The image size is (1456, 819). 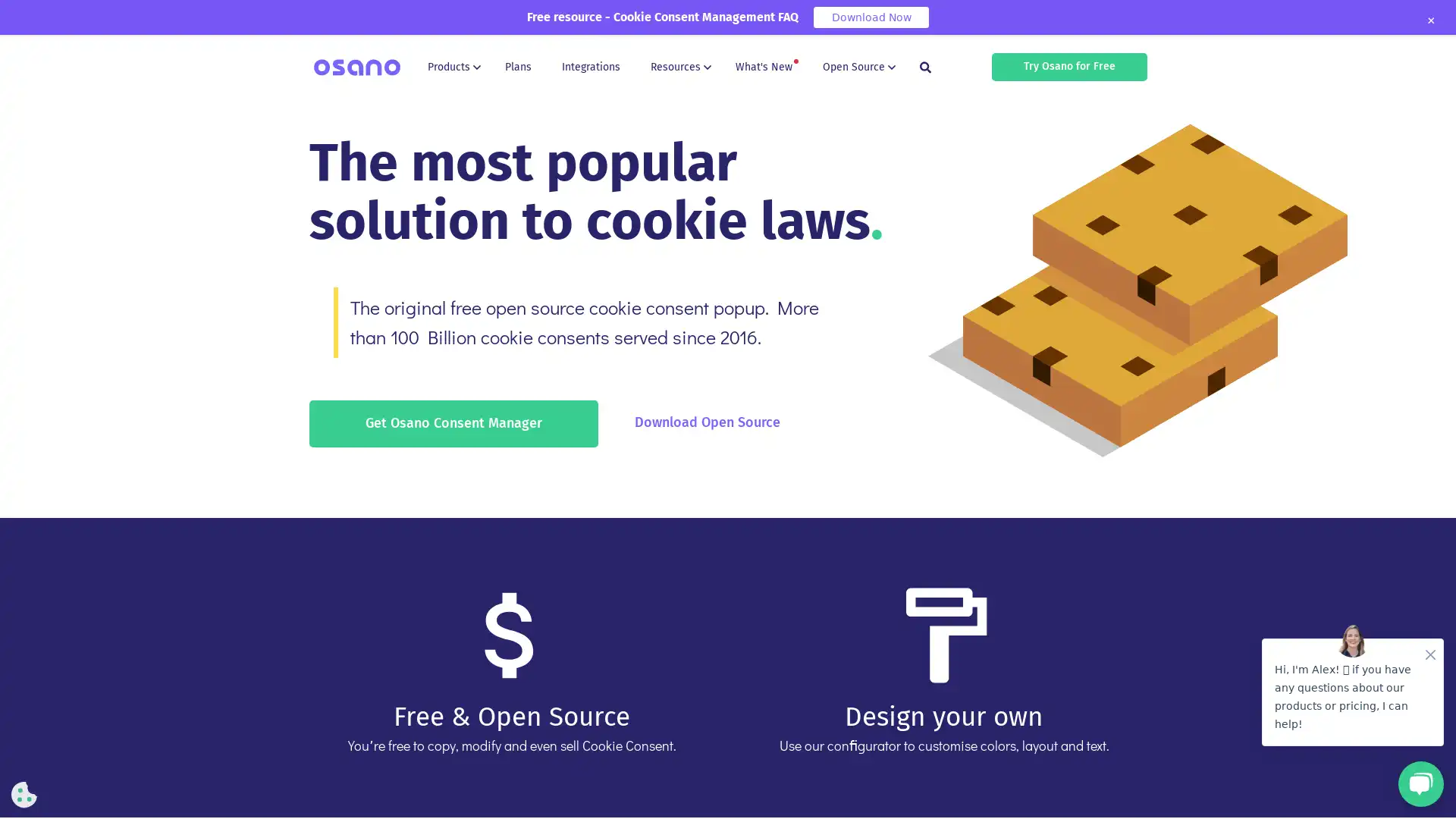 What do you see at coordinates (24, 794) in the screenshot?
I see `Cookie Preferences` at bounding box center [24, 794].